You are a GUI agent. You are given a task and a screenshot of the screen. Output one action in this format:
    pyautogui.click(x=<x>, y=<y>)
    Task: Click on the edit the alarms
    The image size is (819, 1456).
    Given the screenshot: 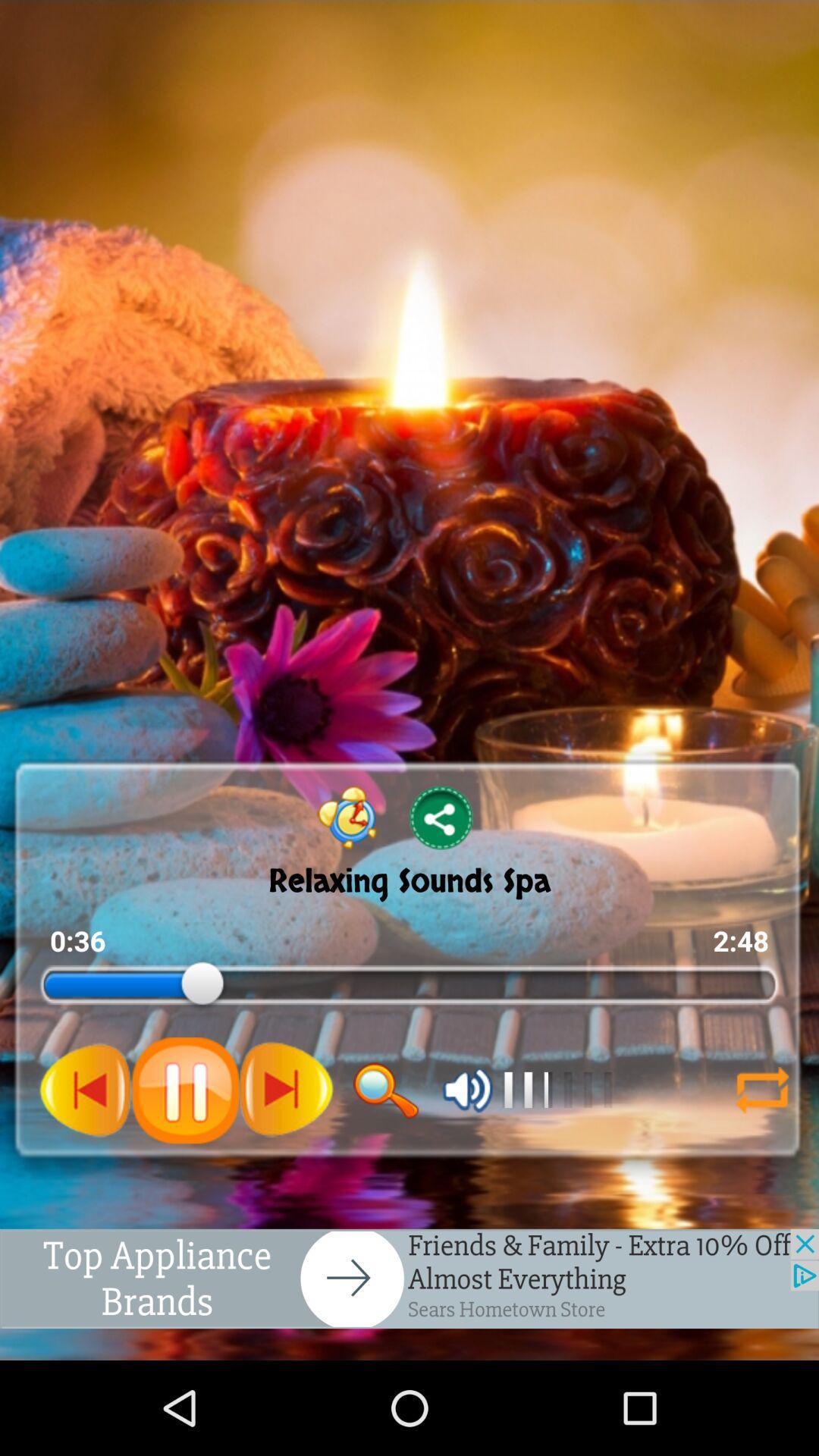 What is the action you would take?
    pyautogui.click(x=347, y=817)
    